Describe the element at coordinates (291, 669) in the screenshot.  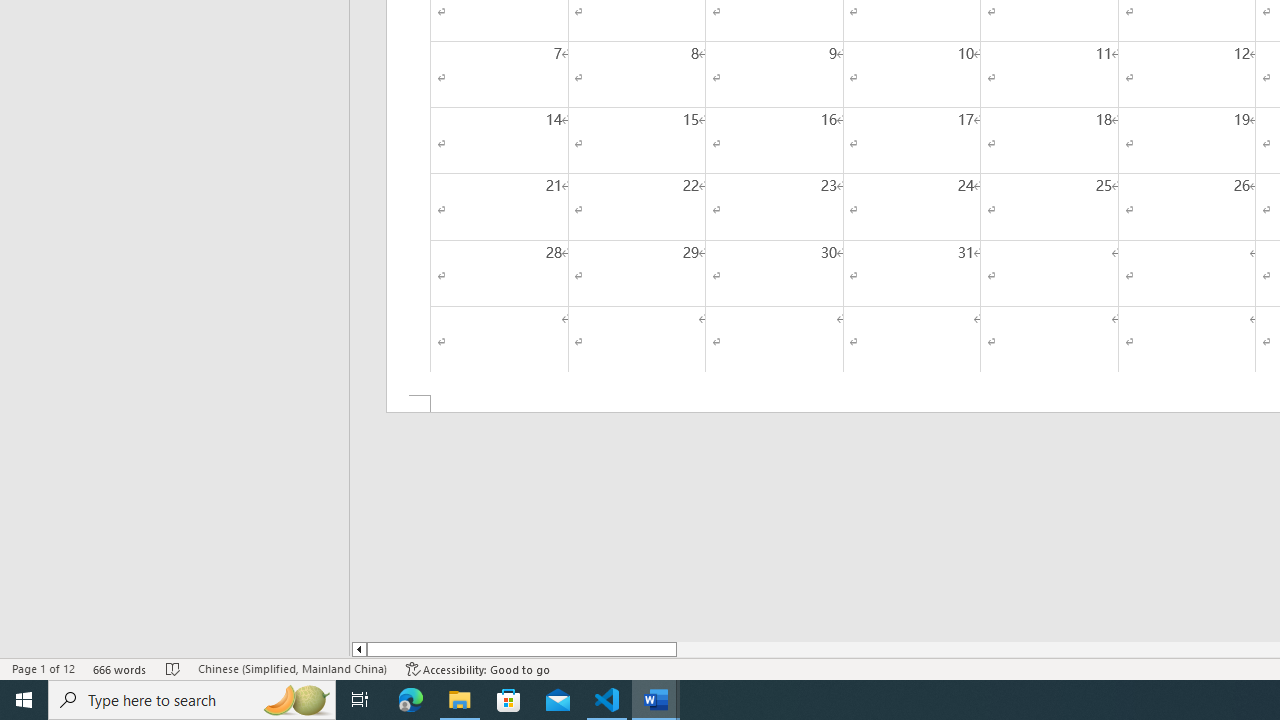
I see `'Language Chinese (Simplified, Mainland China)'` at that location.